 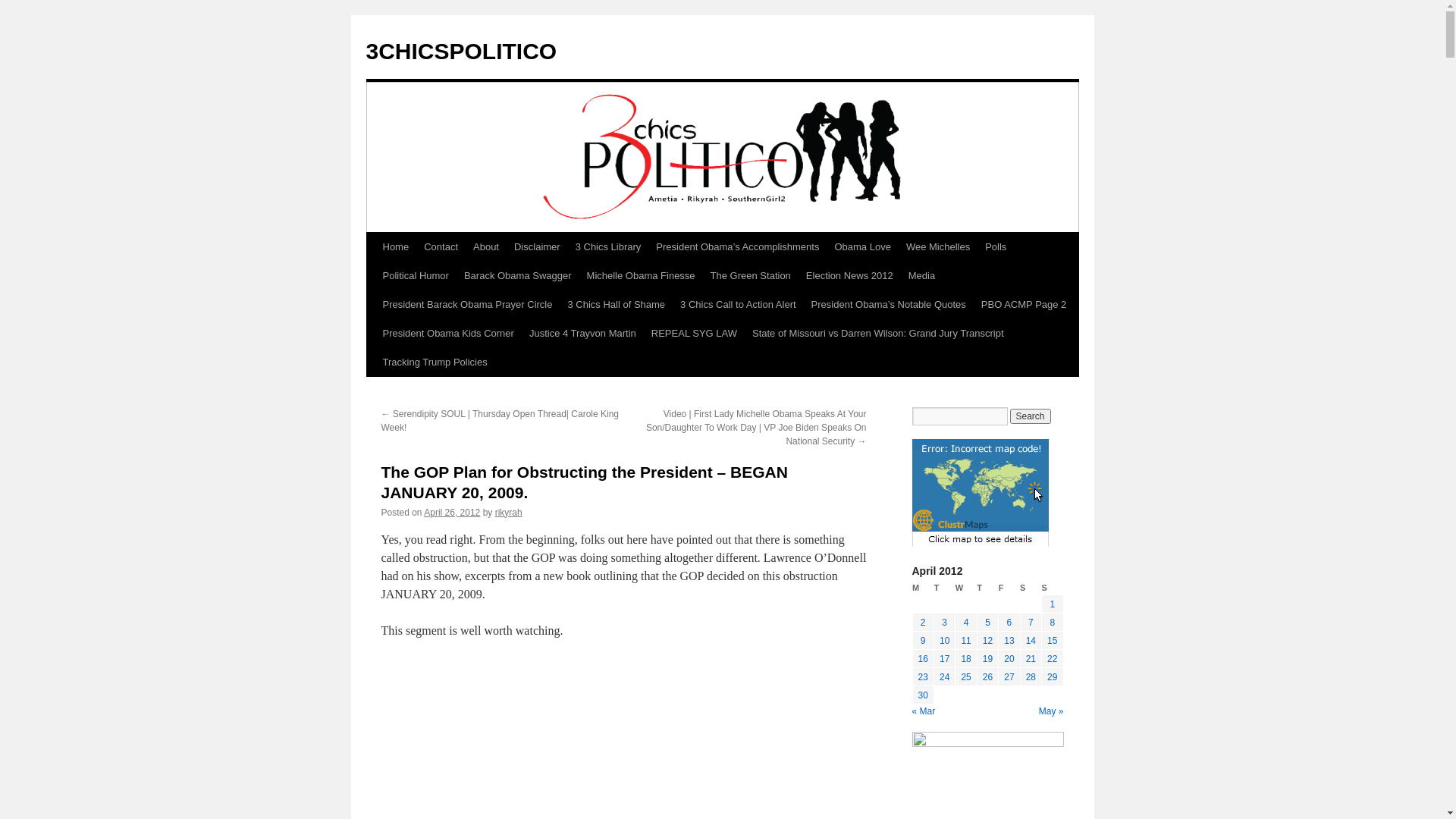 I want to click on 'April 26, 2012', so click(x=423, y=512).